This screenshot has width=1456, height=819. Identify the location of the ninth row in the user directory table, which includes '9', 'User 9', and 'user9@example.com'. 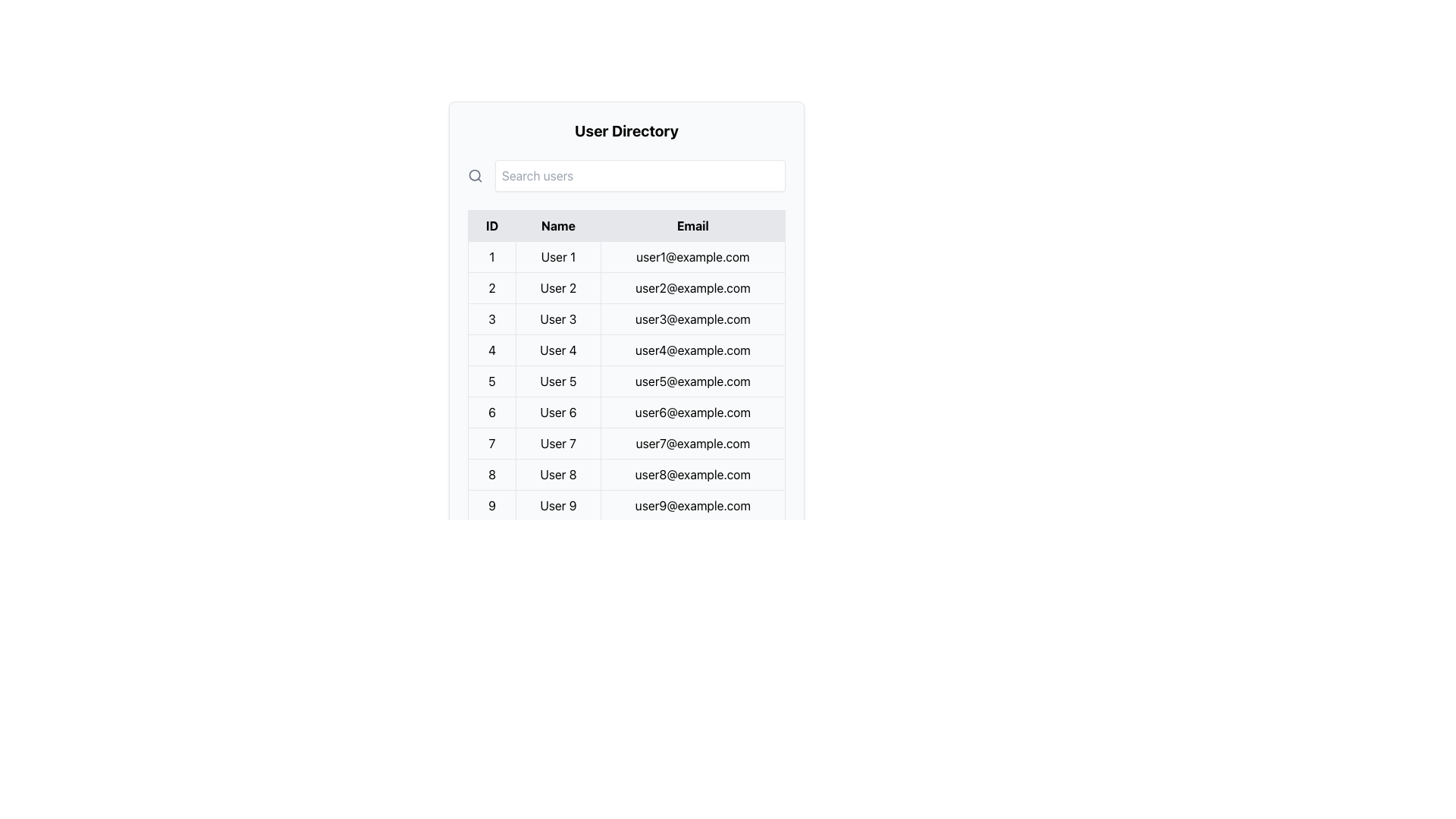
(626, 506).